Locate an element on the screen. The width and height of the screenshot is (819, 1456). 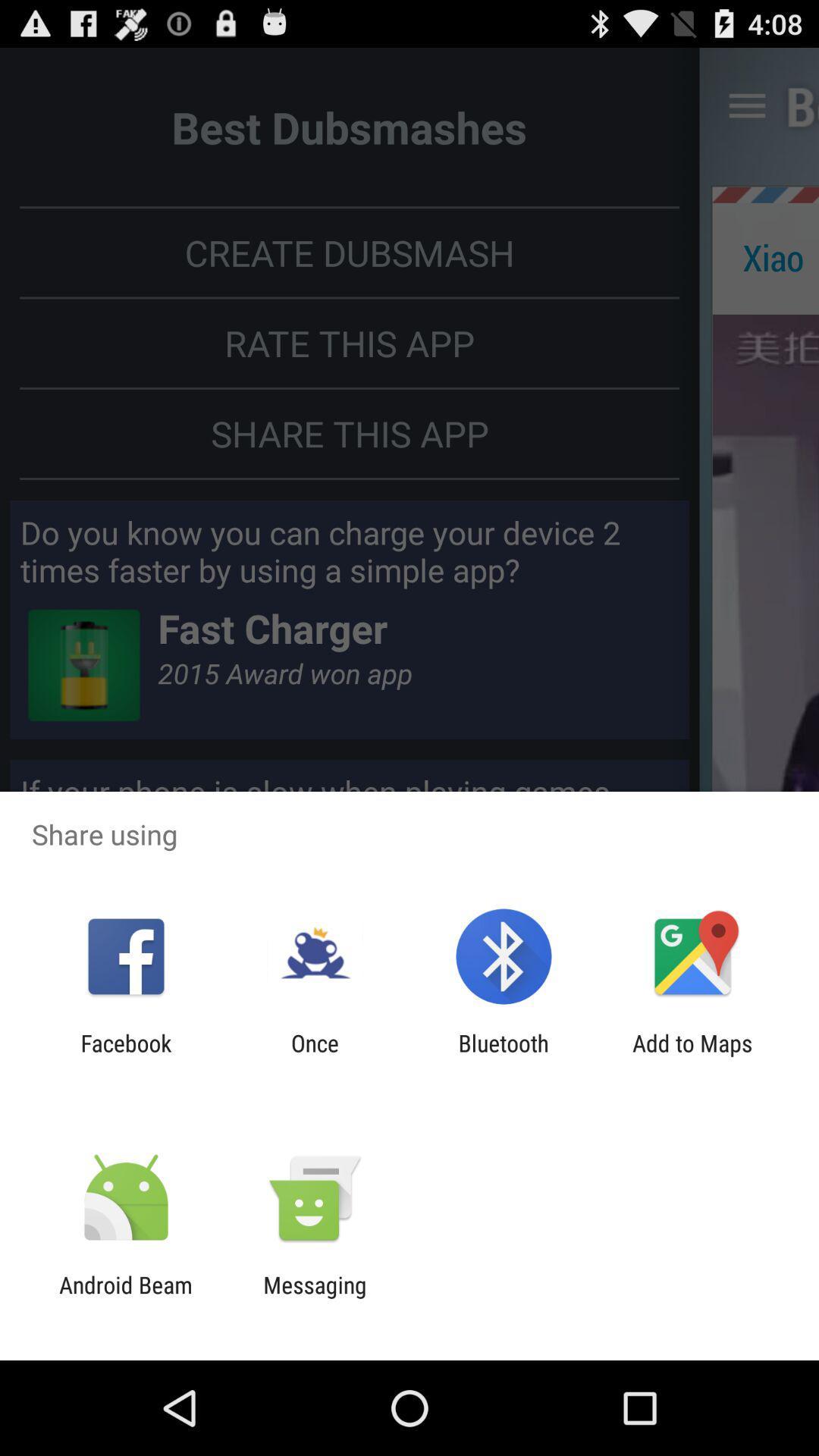
icon at the bottom right corner is located at coordinates (692, 1056).